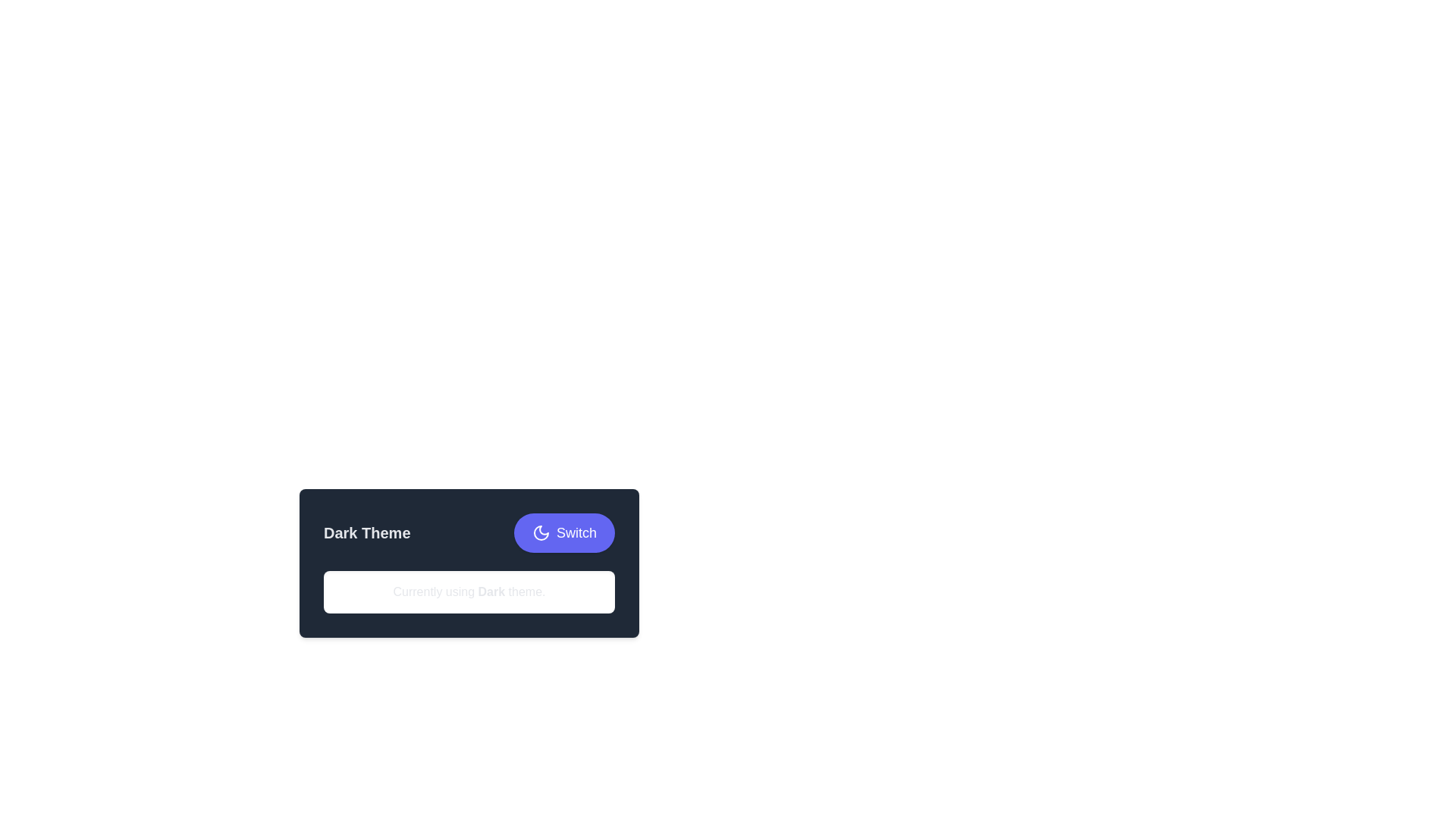  I want to click on the 'Switch' button to toggle the theme, so click(563, 532).